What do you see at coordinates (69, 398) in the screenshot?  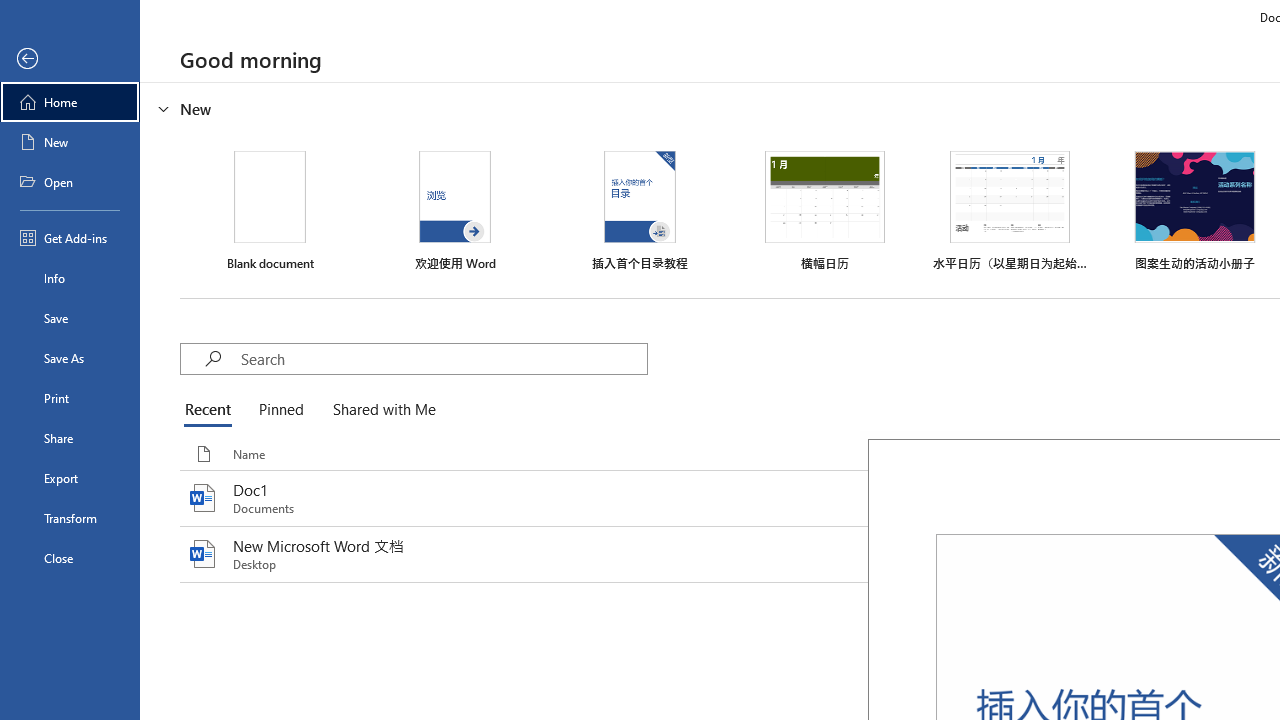 I see `'Print'` at bounding box center [69, 398].